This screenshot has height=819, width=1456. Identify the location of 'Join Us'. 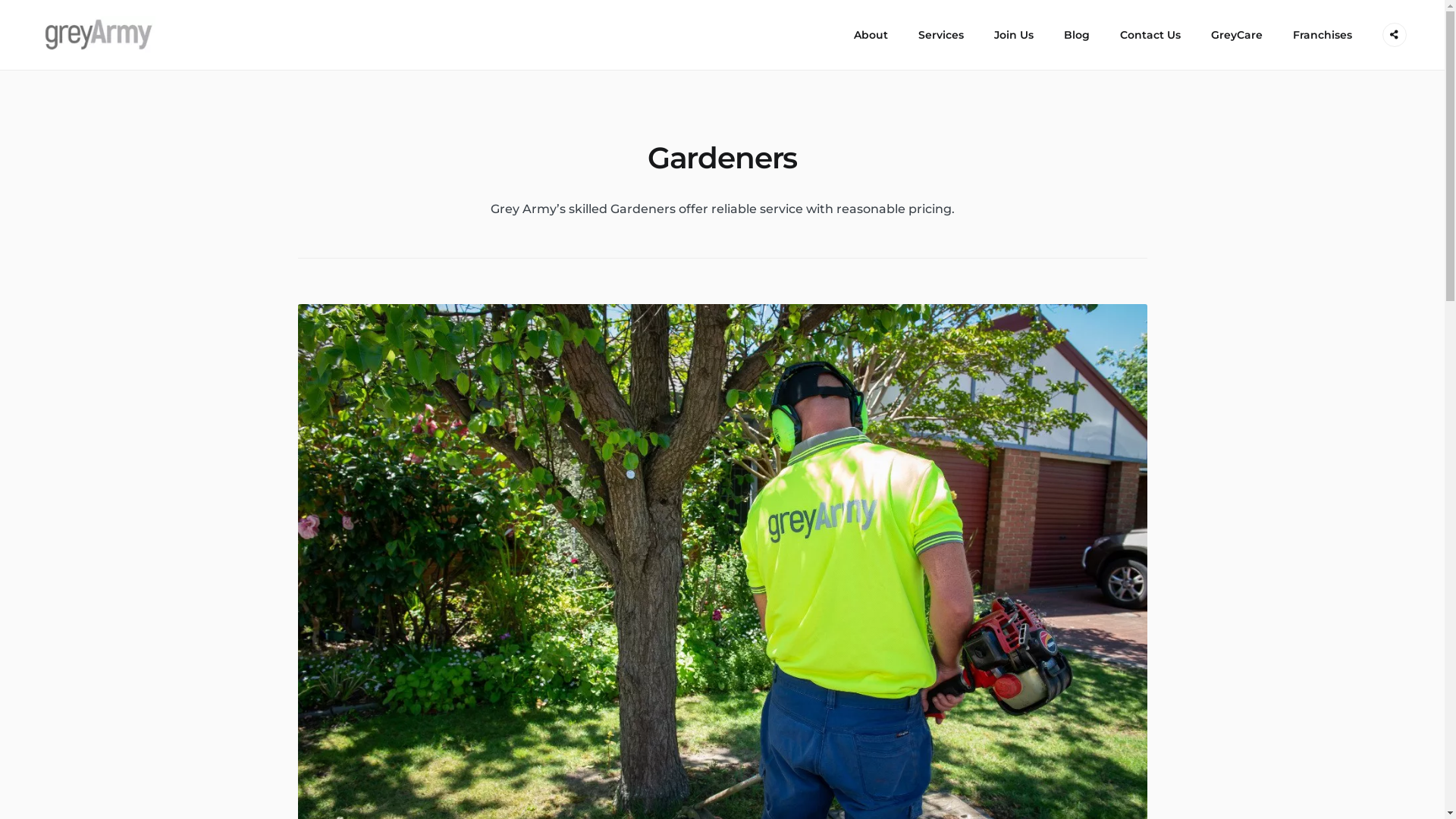
(1014, 34).